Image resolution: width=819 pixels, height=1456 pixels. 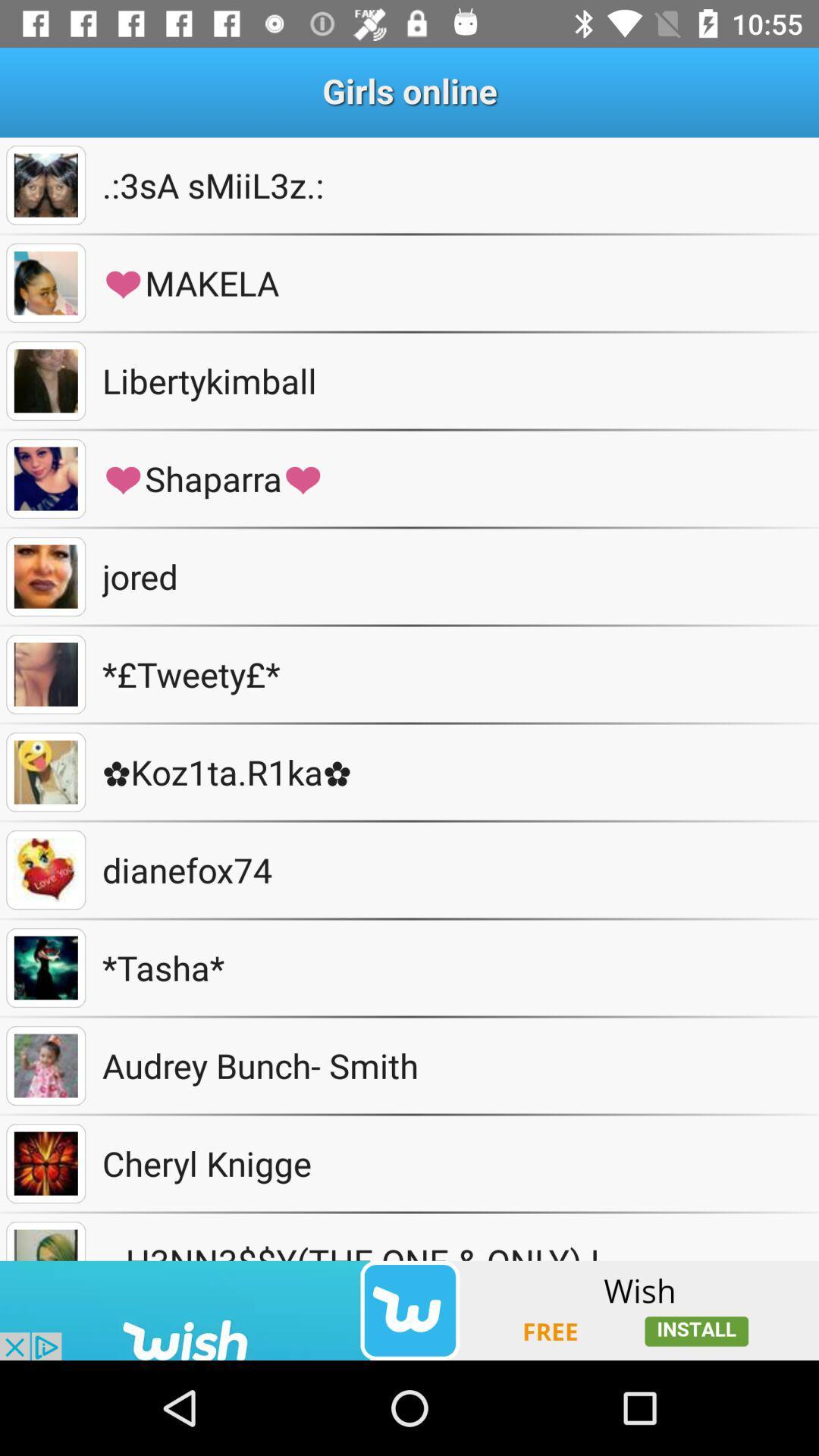 I want to click on chat profile girl, so click(x=45, y=772).